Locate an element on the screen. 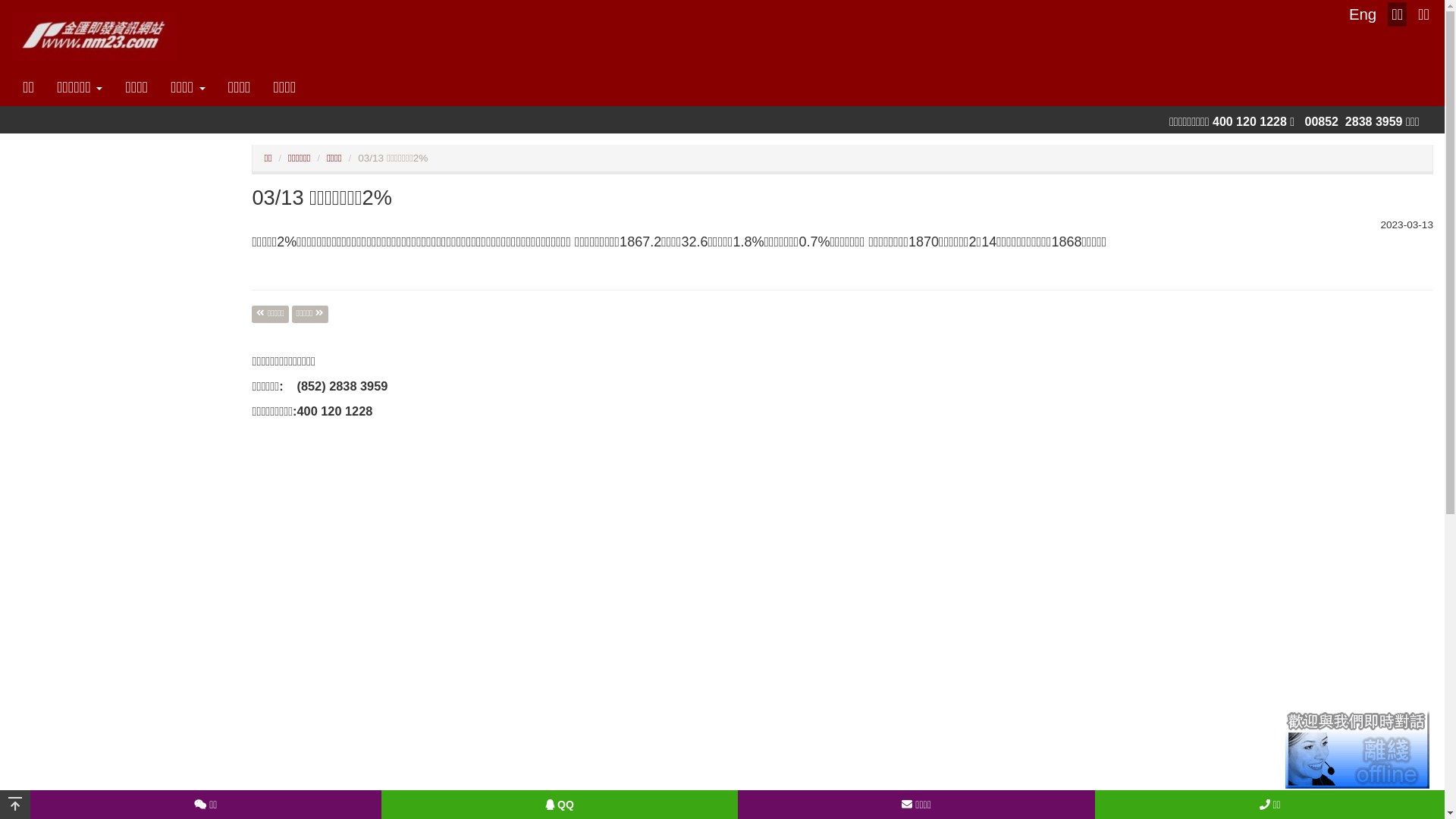 The image size is (1456, 819). 'Eng' is located at coordinates (1362, 14).